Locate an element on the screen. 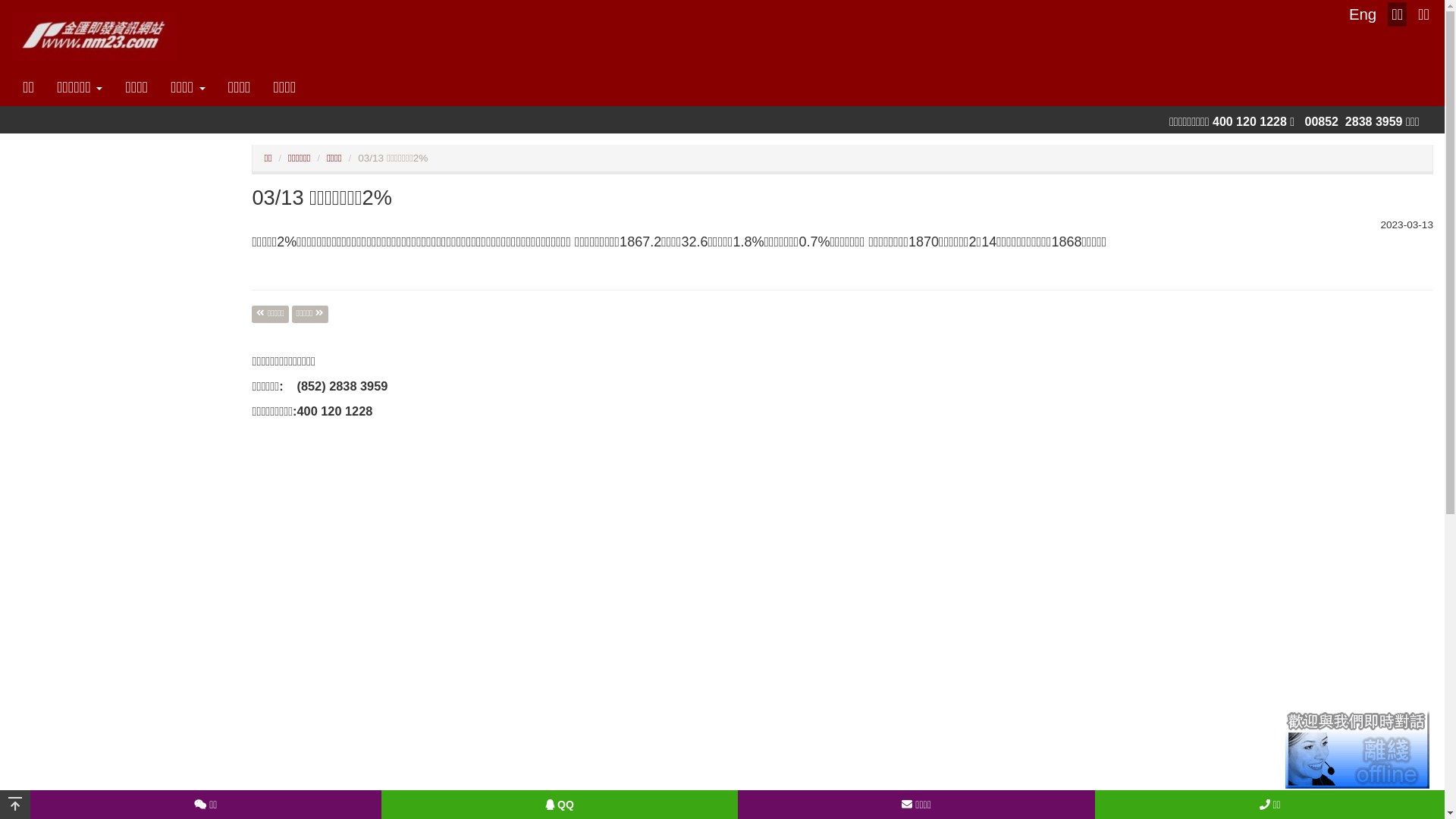 The image size is (1456, 819). 'Eng' is located at coordinates (1362, 14).